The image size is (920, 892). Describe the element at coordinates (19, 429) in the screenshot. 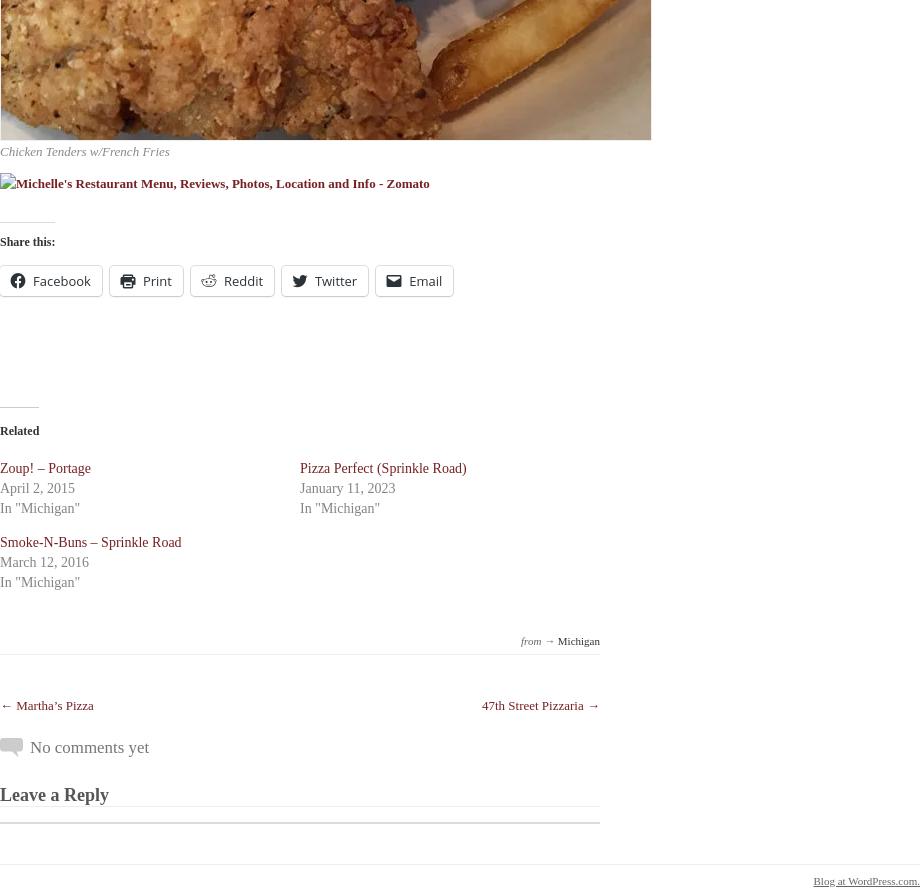

I see `'Related'` at that location.